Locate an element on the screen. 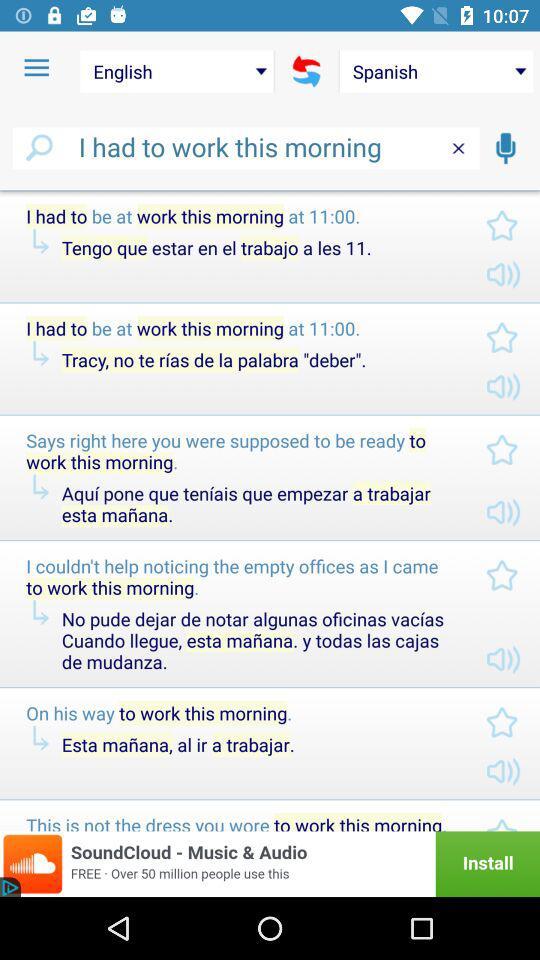 The width and height of the screenshot is (540, 960). the english item is located at coordinates (177, 71).